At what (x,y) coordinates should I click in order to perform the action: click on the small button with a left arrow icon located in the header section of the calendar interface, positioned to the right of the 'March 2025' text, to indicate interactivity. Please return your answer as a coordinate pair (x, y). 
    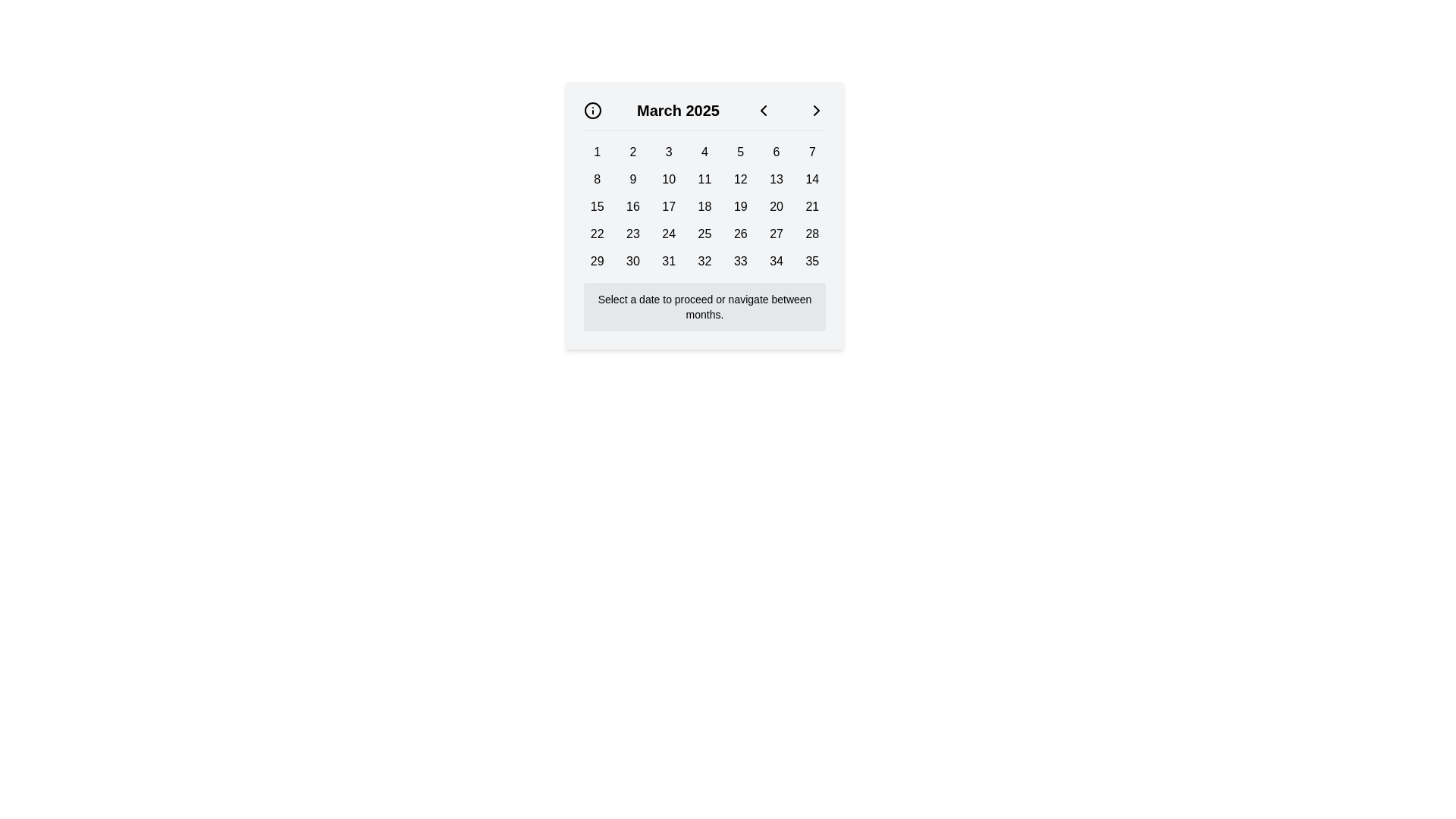
    Looking at the image, I should click on (764, 110).